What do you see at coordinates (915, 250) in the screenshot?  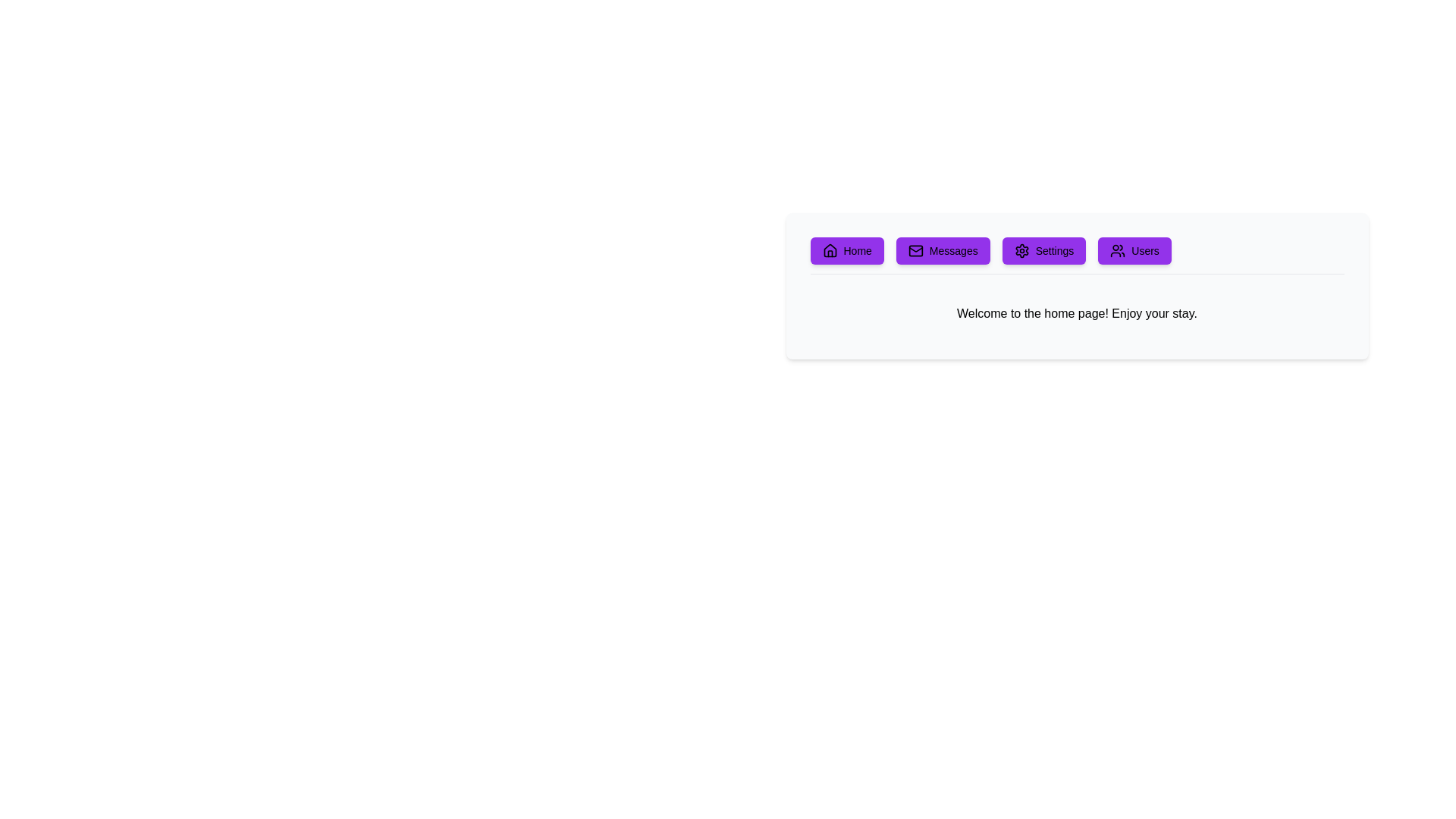 I see `the decorative icon representing the 'Messages' option in the navigation menu, which is positioned to the left of the text label 'Messages'` at bounding box center [915, 250].